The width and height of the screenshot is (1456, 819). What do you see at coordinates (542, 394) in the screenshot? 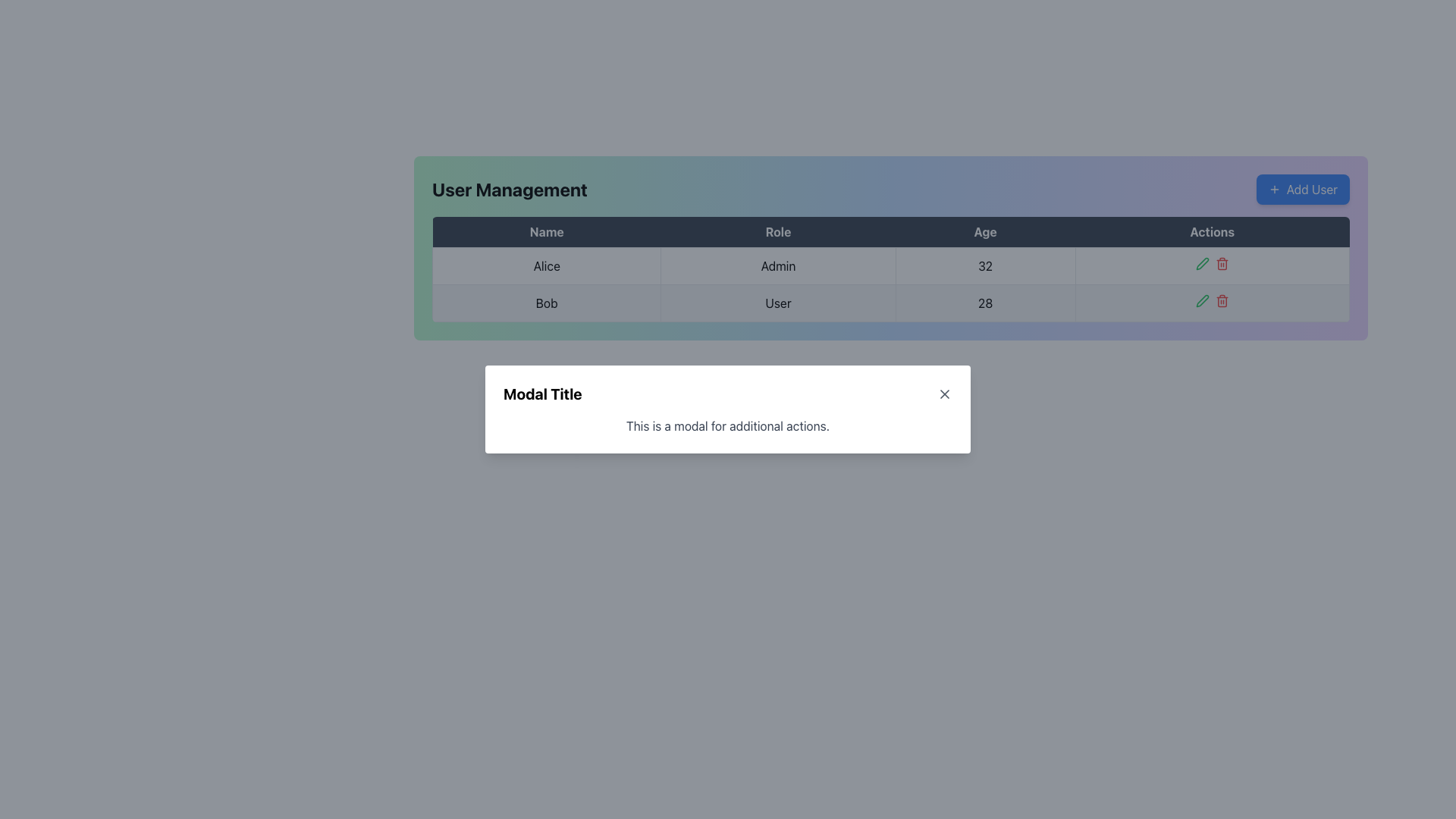
I see `the textual heading displaying 'Modal Title' in bold font and large size, located in the top-left corner of the modal header` at bounding box center [542, 394].